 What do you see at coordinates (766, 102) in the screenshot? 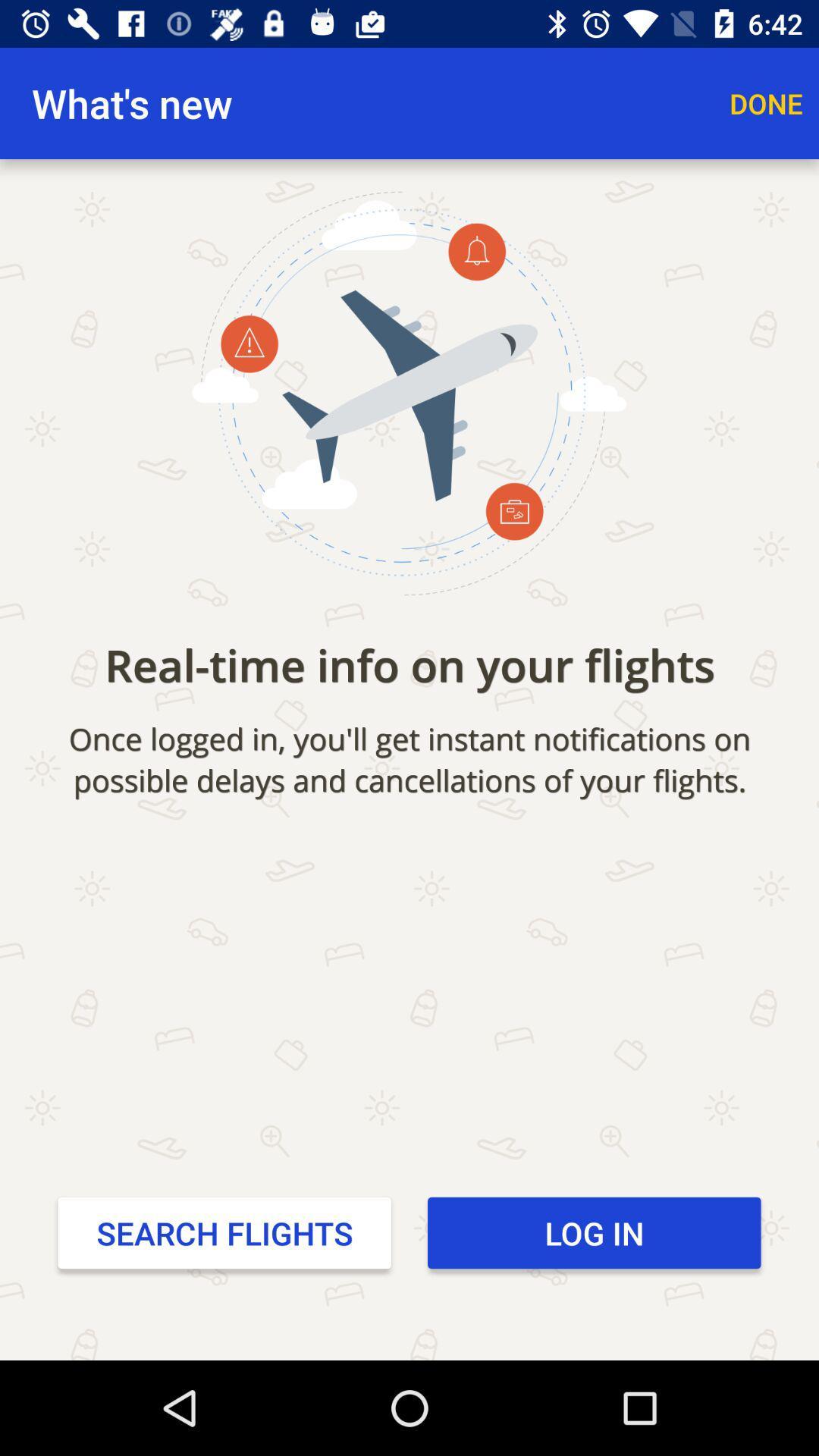
I see `the done item` at bounding box center [766, 102].